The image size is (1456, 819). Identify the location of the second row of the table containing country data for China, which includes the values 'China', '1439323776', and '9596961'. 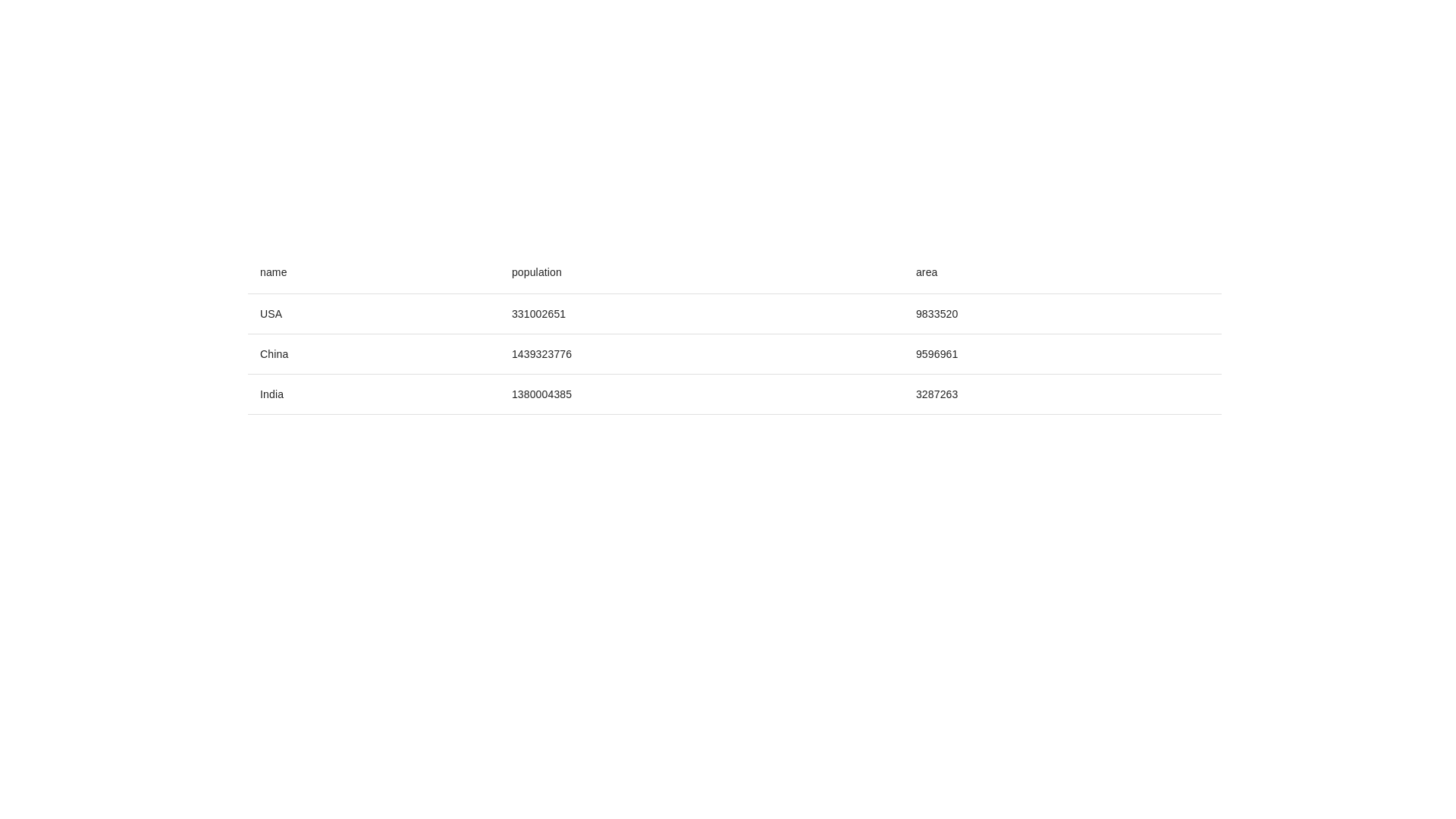
(735, 353).